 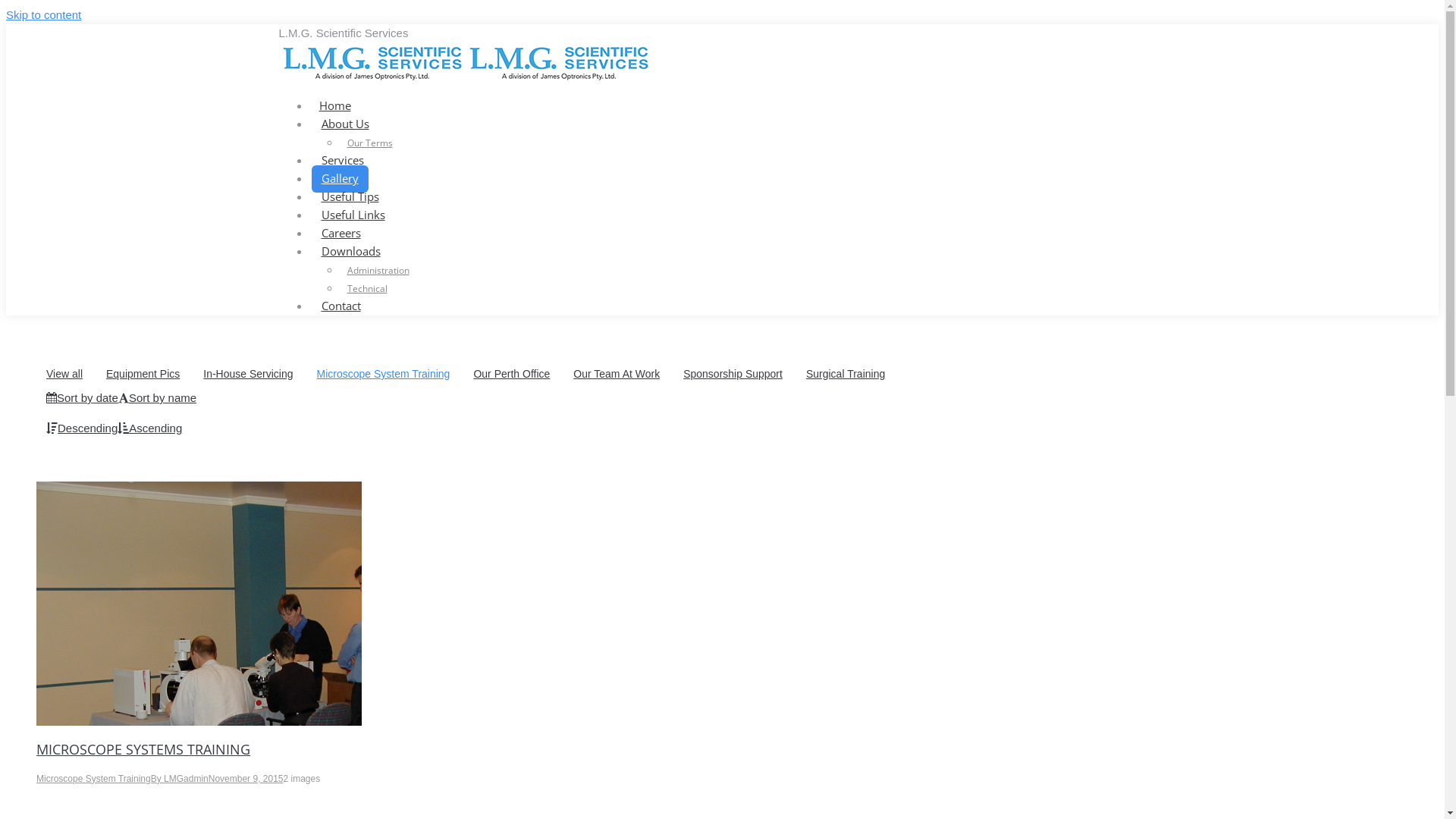 I want to click on 'Sponsorship Support', so click(x=733, y=374).